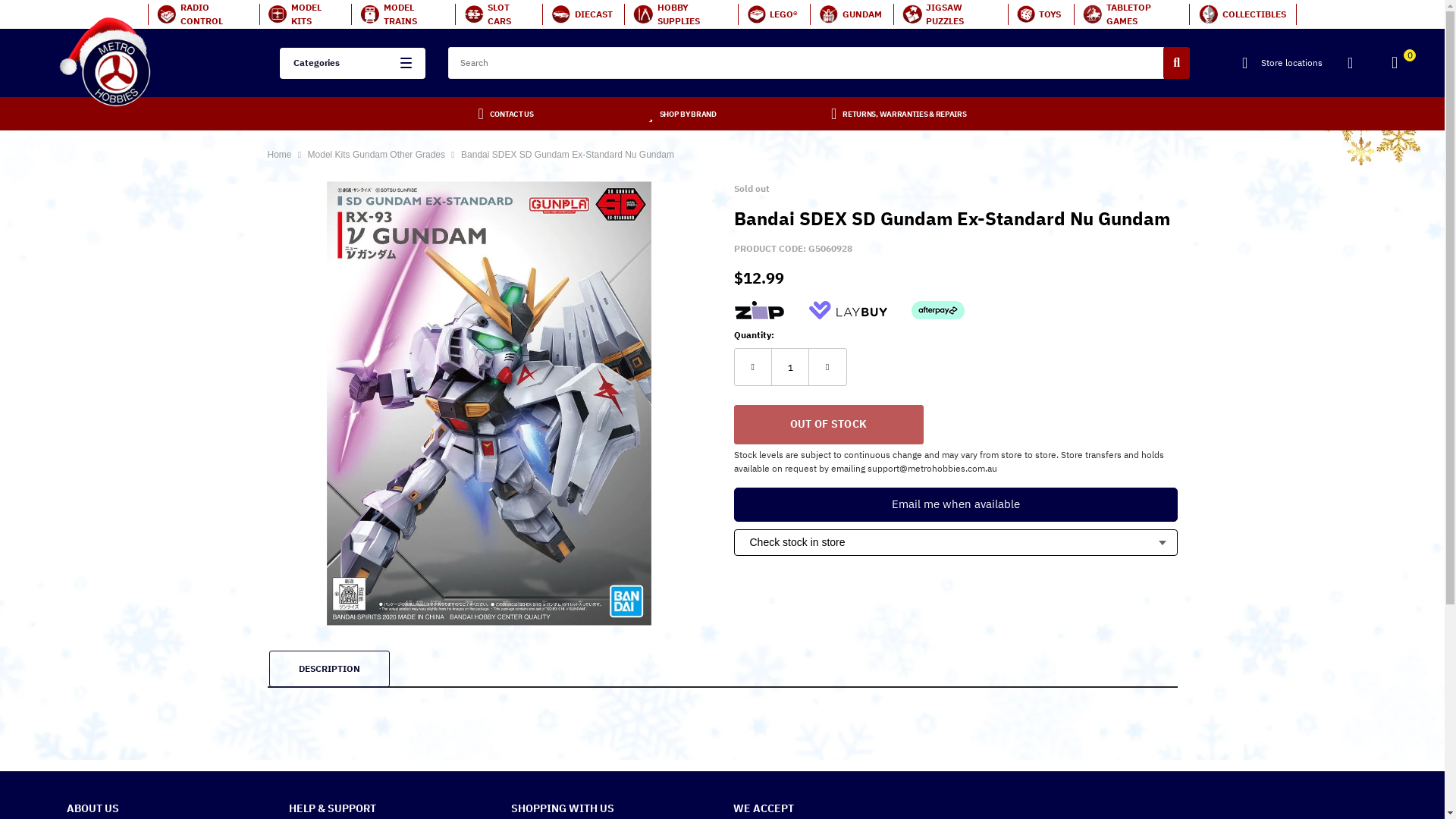 Image resolution: width=1456 pixels, height=819 pixels. I want to click on 'CONTACT US', so click(490, 112).